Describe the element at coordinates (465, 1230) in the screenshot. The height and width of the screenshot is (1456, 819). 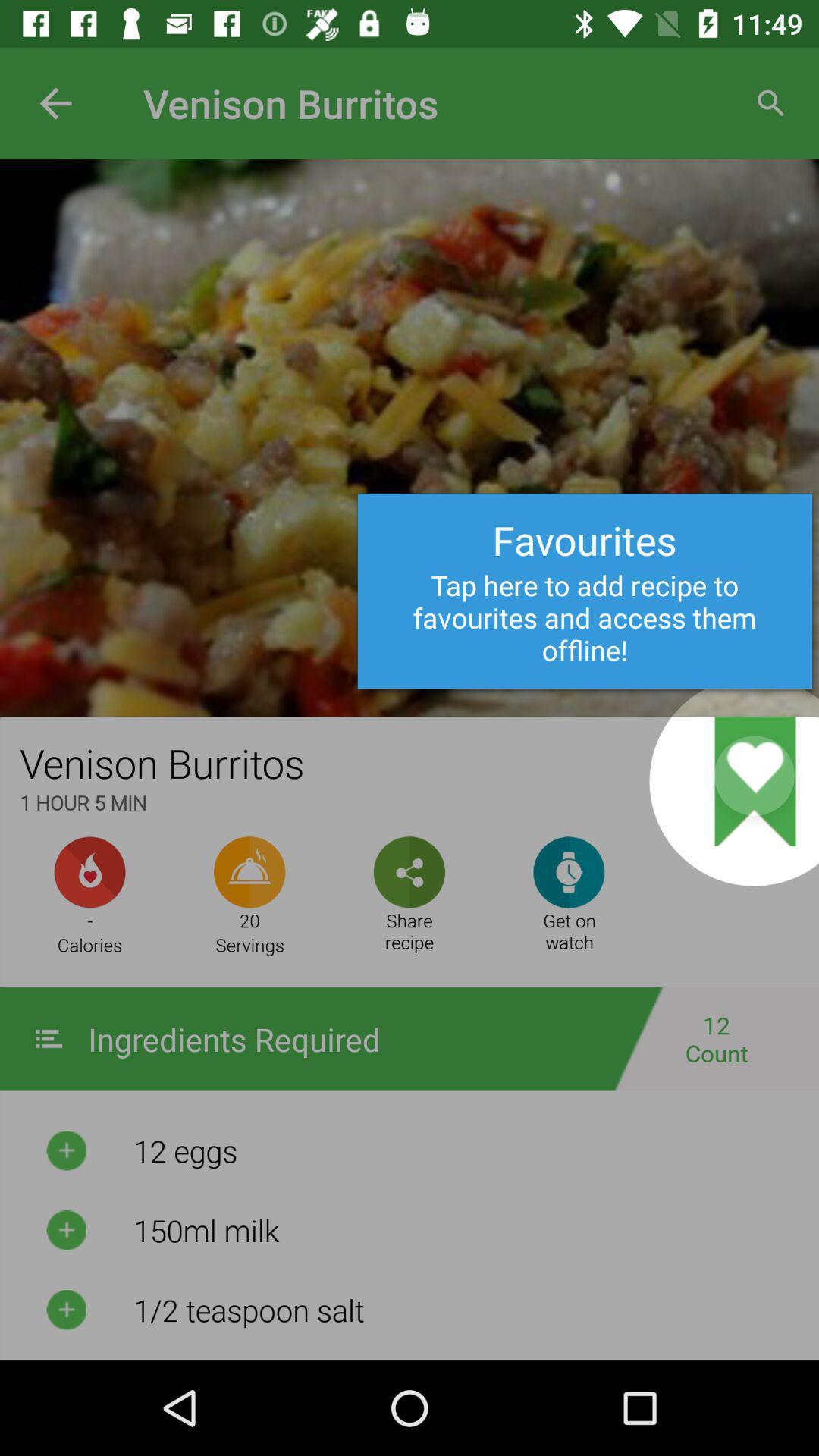
I see `the text below 12 eggs` at that location.